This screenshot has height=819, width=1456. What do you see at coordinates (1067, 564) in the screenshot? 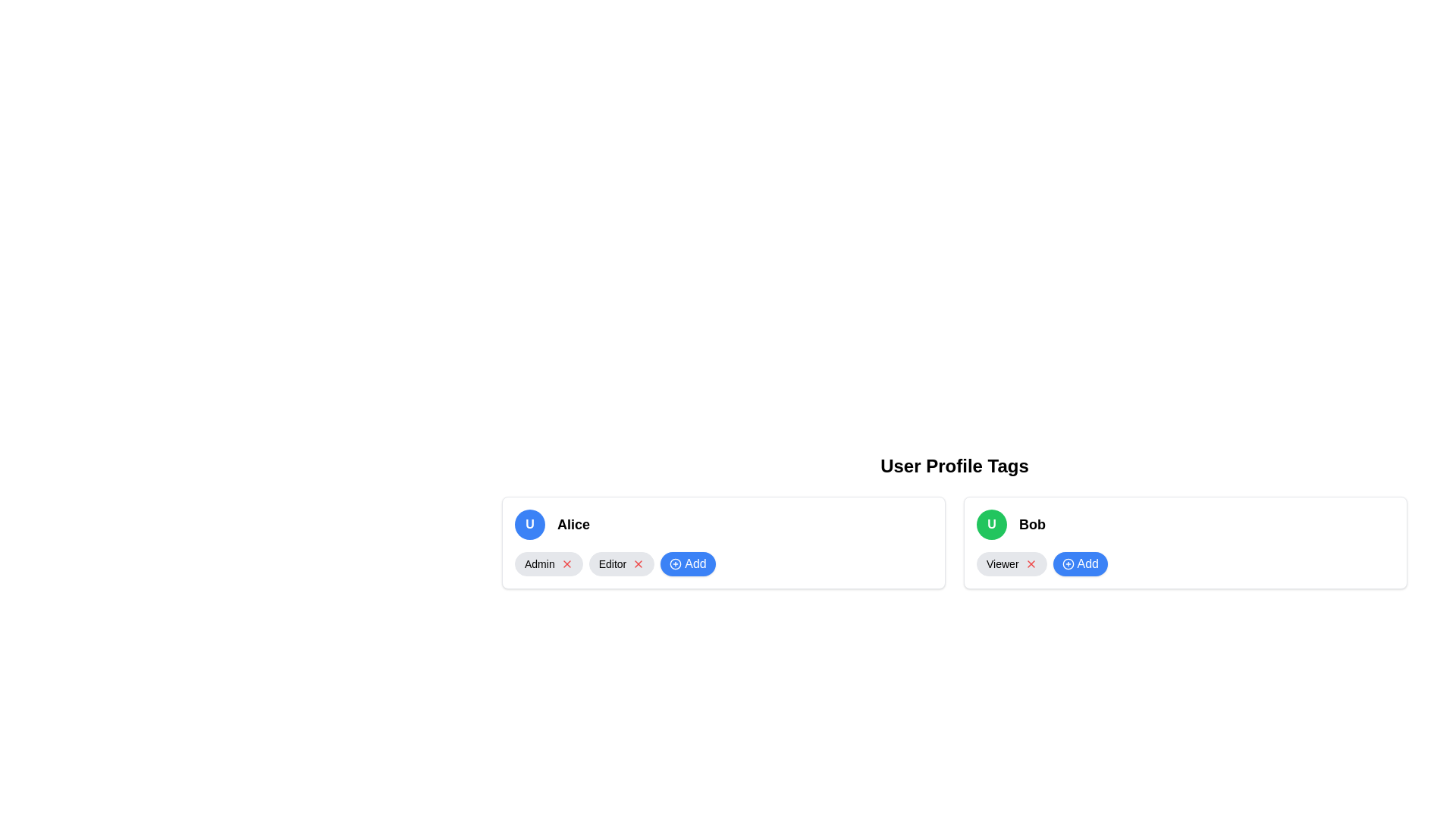
I see `the circular outline icon representing the 'Add' functionality, which is part of the 'plus-circle' icon located to the right of the 'Bob' profile tag area` at bounding box center [1067, 564].